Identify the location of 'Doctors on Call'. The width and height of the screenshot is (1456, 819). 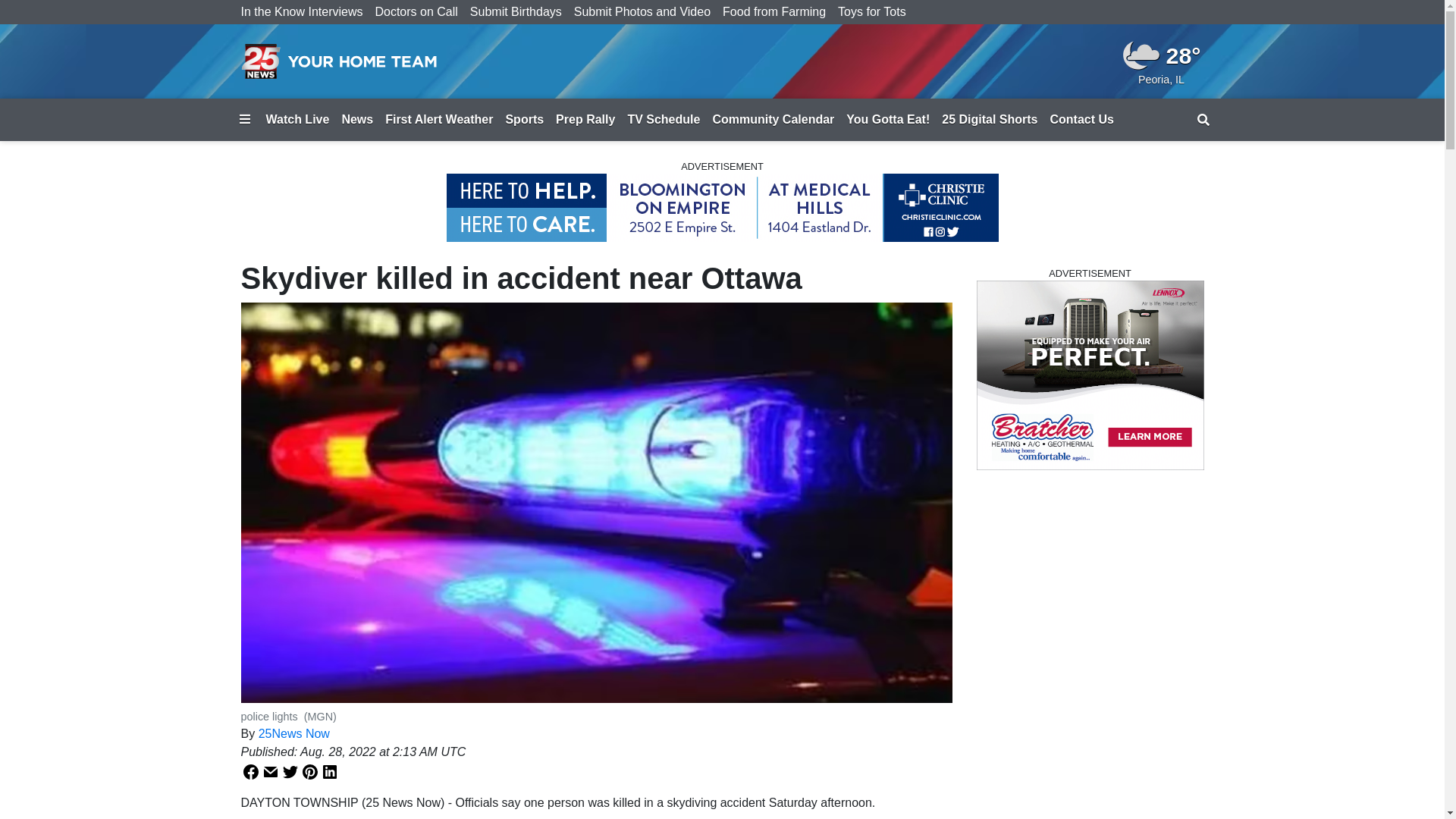
(416, 11).